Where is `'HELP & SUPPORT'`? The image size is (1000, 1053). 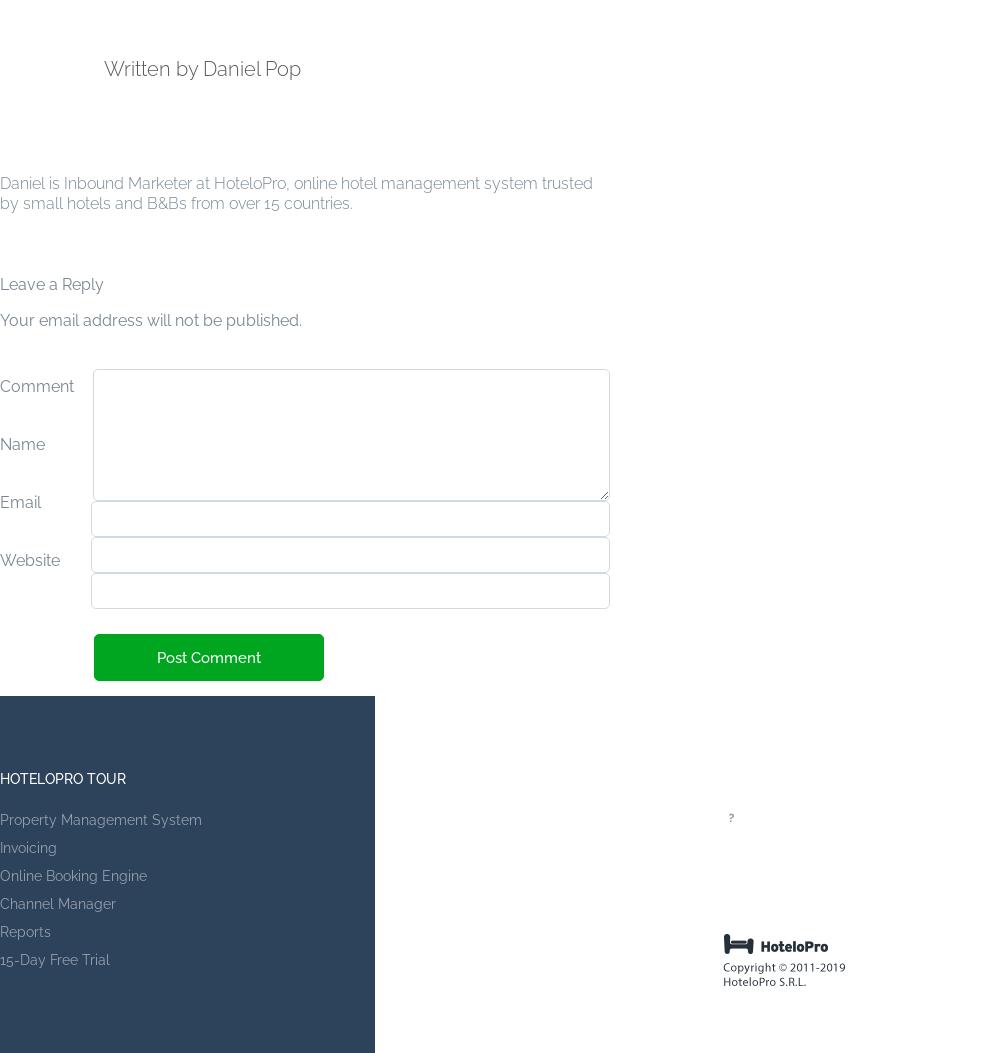
'HELP & SUPPORT' is located at coordinates (782, 779).